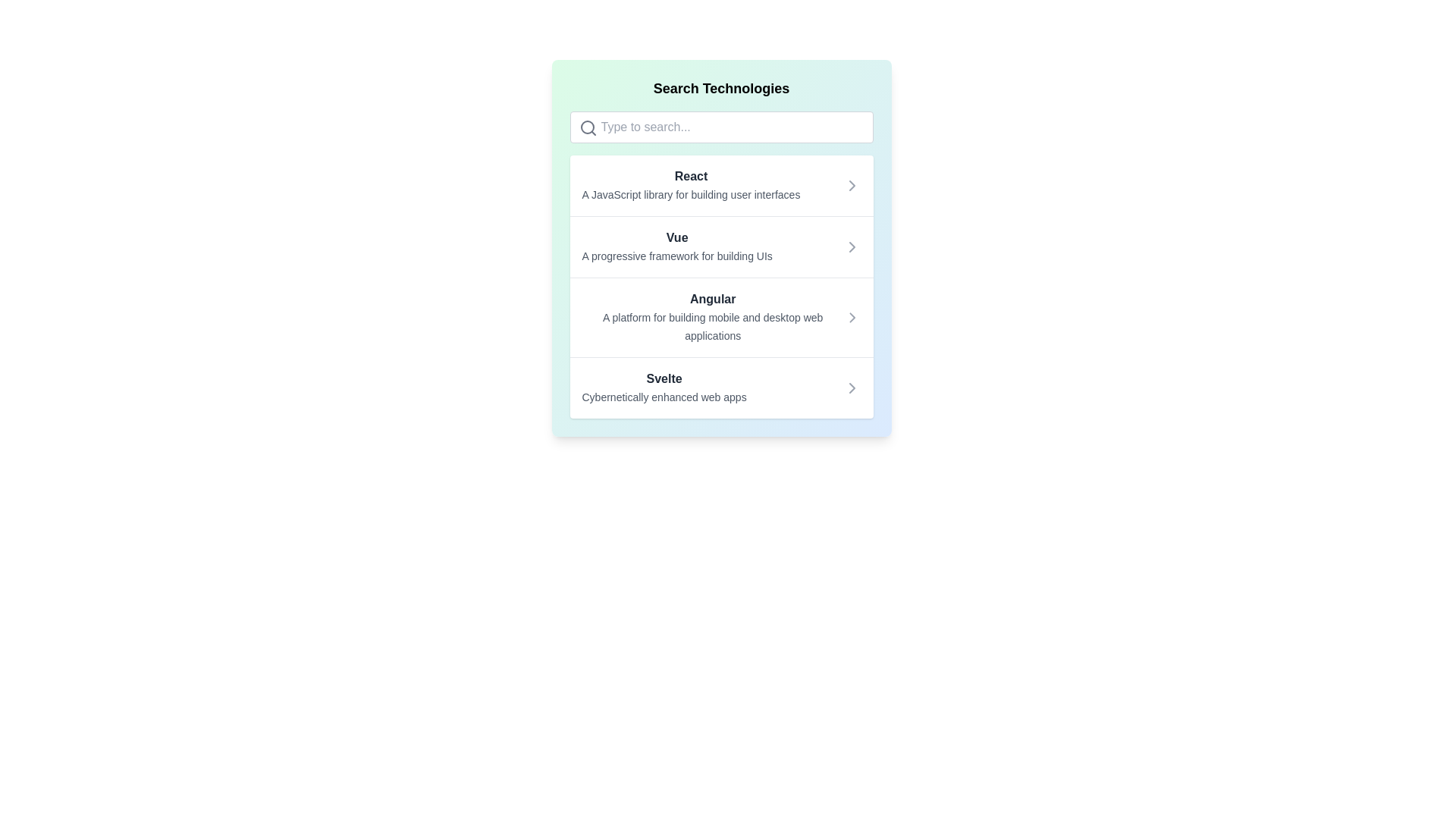  Describe the element at coordinates (720, 316) in the screenshot. I see `the third list item titled 'Angular'` at that location.